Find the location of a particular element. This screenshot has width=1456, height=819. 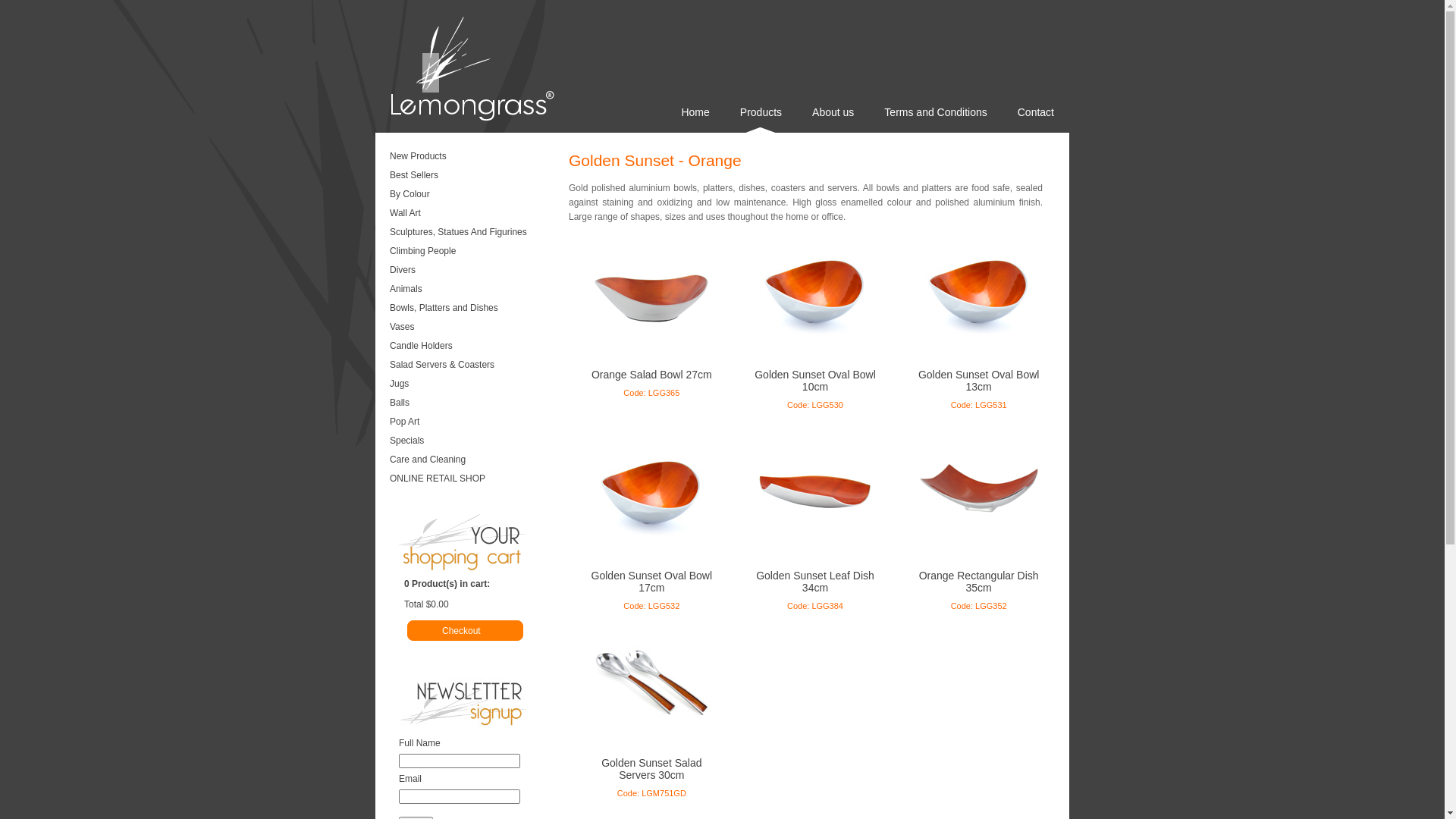

'Divers' is located at coordinates (469, 271).